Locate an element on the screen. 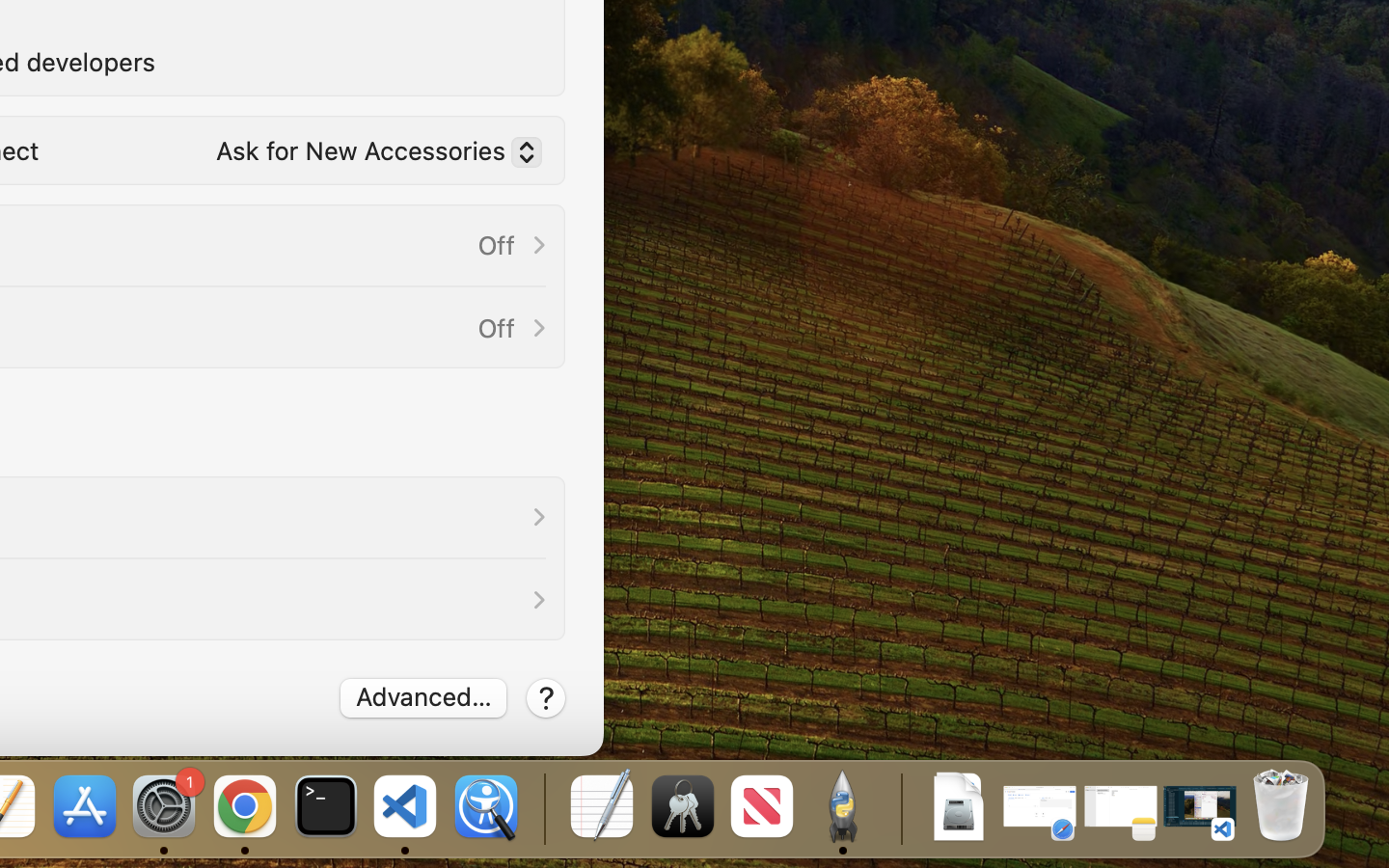  'Ask for New Accessories' is located at coordinates (370, 155).